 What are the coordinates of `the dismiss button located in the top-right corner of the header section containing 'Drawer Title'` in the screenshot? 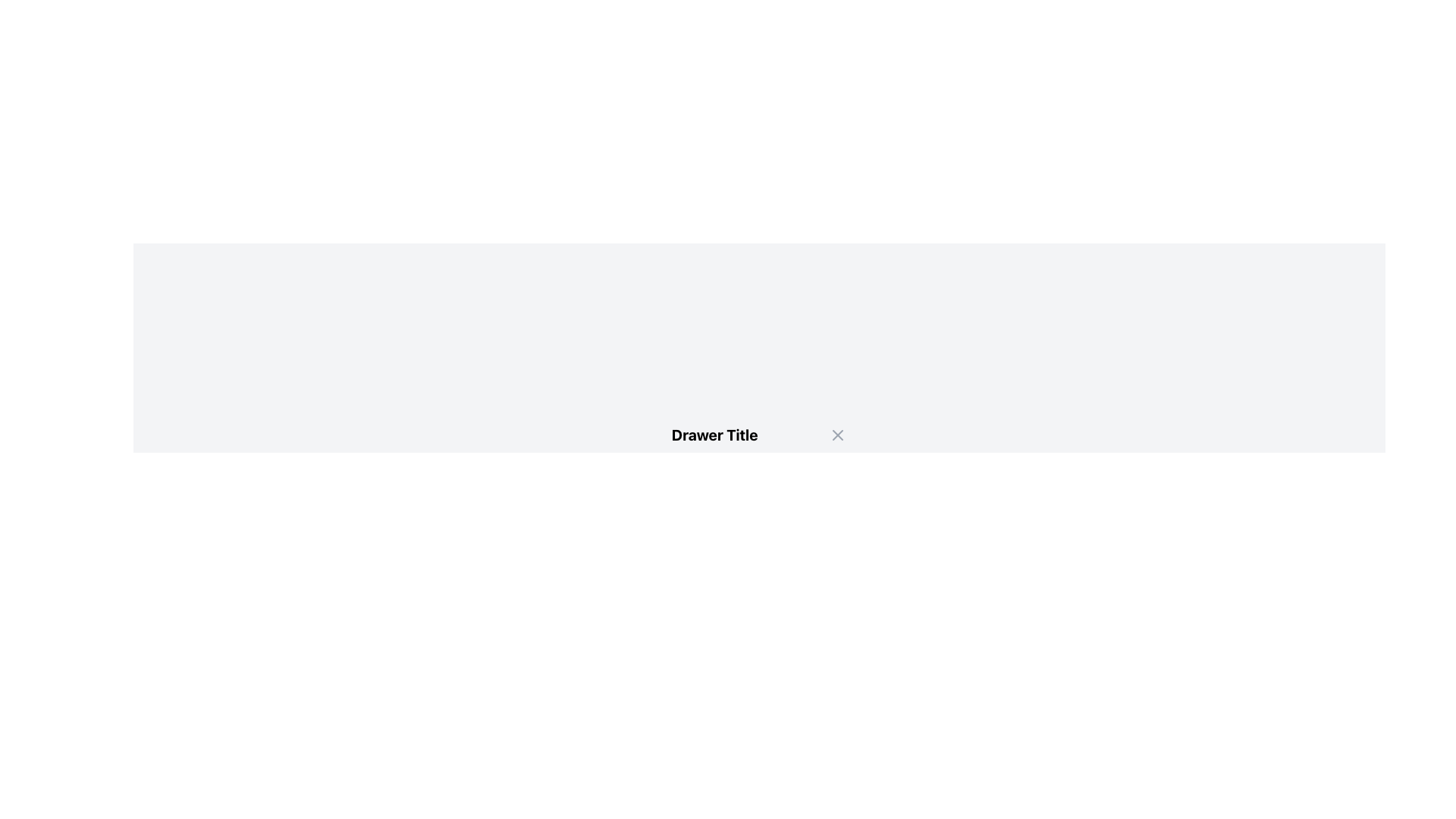 It's located at (837, 435).